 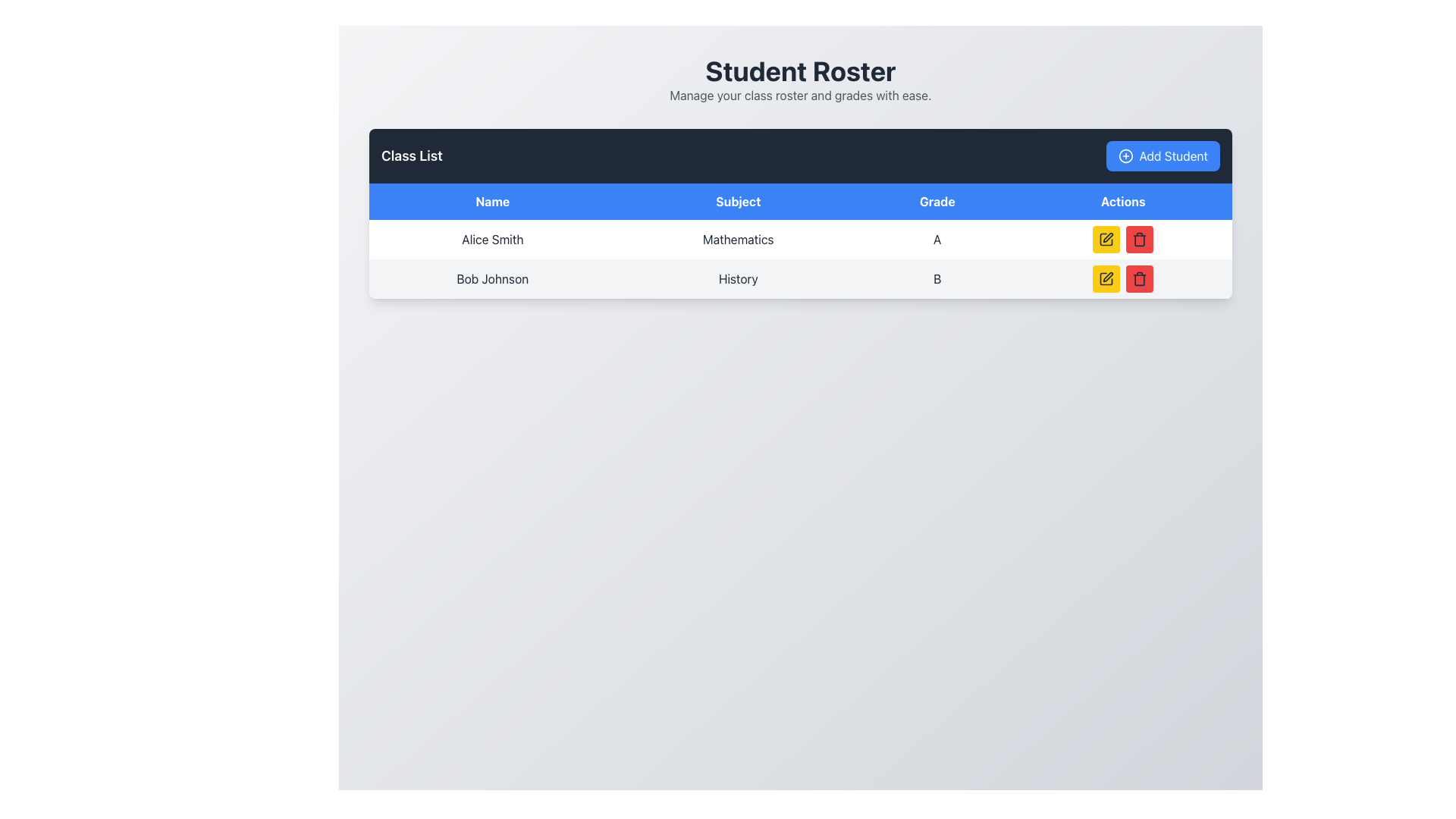 I want to click on the 'Add Student' button in the top-right corner of the 'Class List' header, so click(x=1162, y=155).